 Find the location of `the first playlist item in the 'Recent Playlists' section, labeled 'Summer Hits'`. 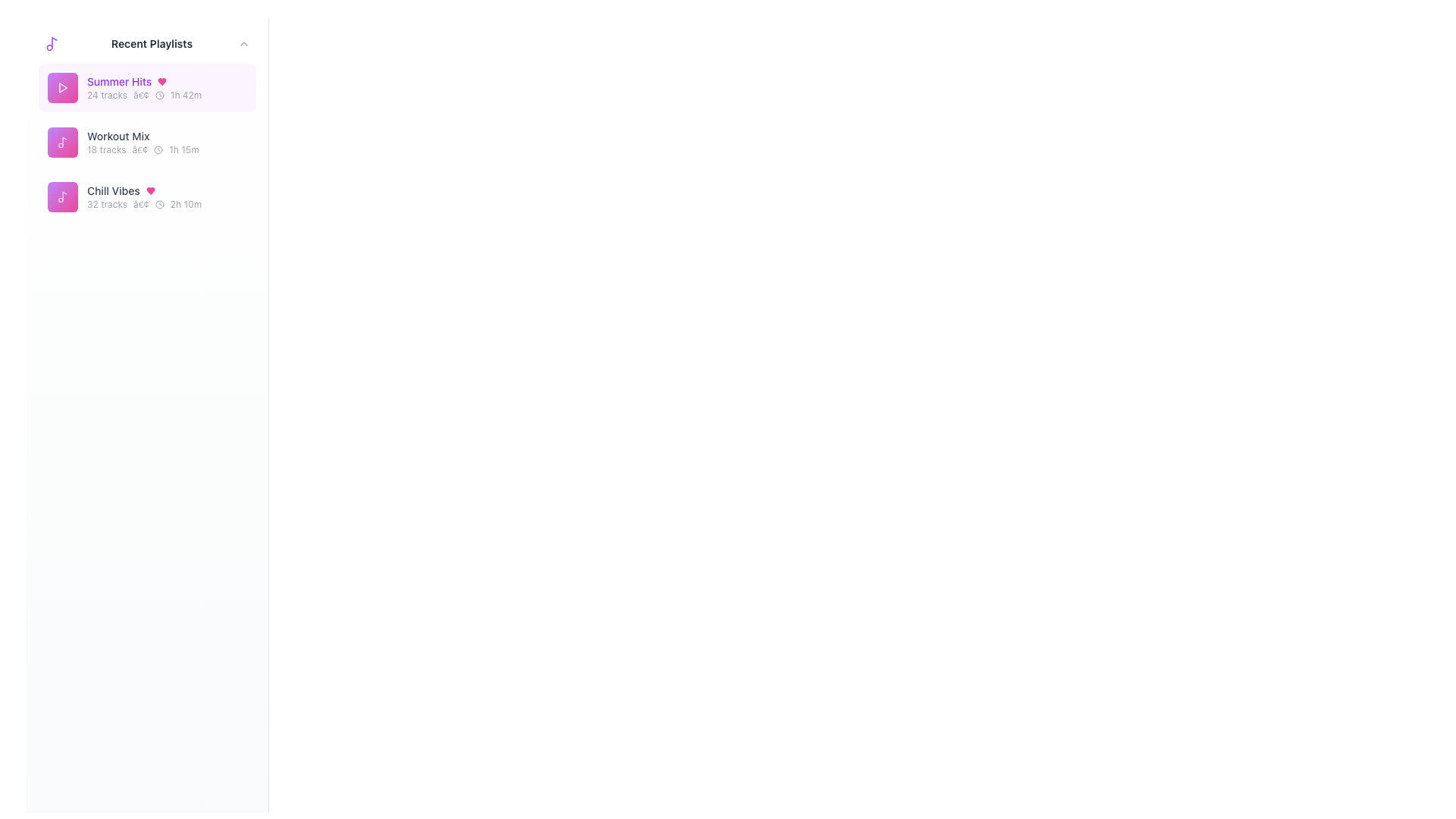

the first playlist item in the 'Recent Playlists' section, labeled 'Summer Hits' is located at coordinates (147, 87).